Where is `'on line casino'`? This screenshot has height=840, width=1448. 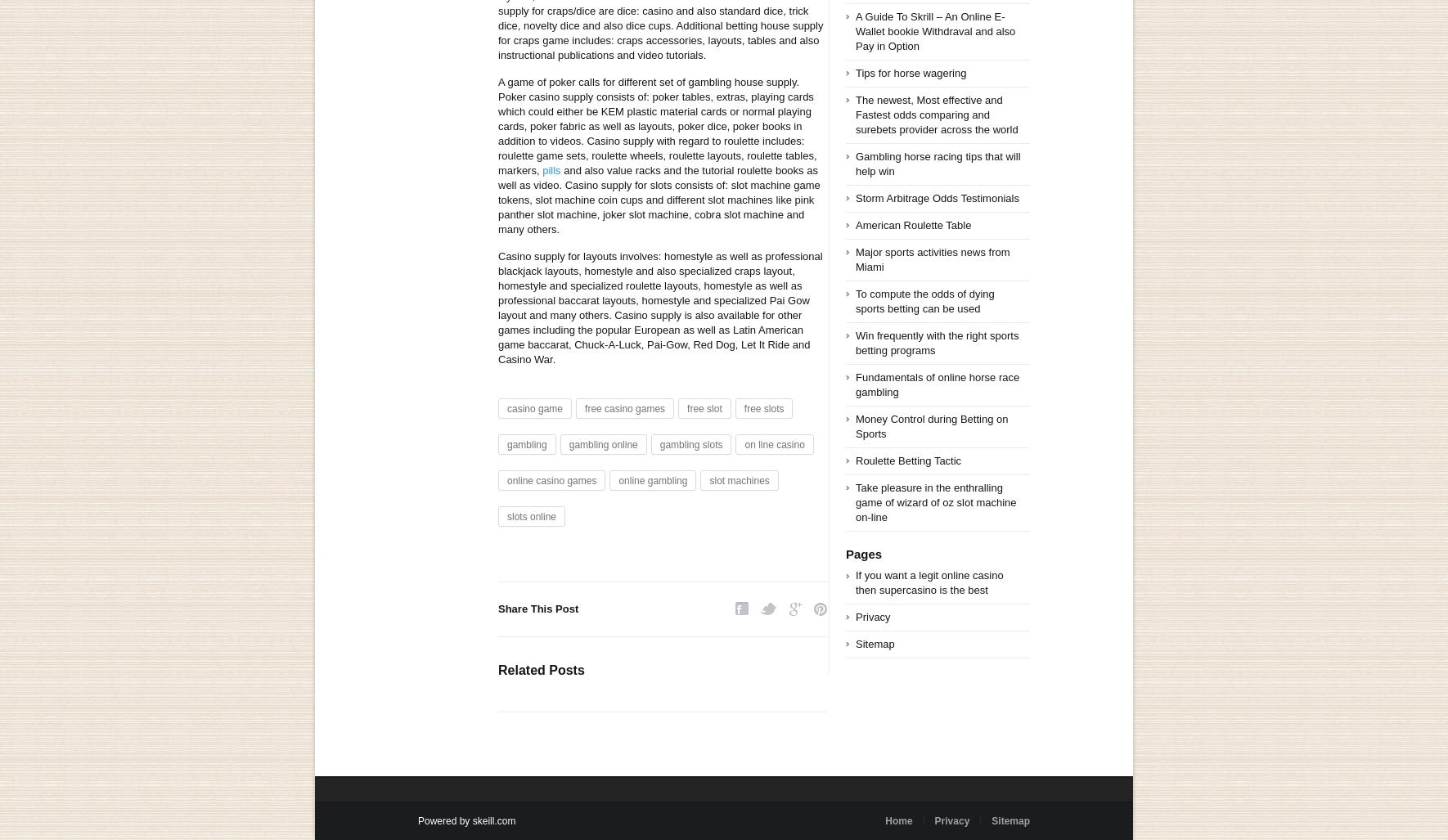 'on line casino' is located at coordinates (773, 444).